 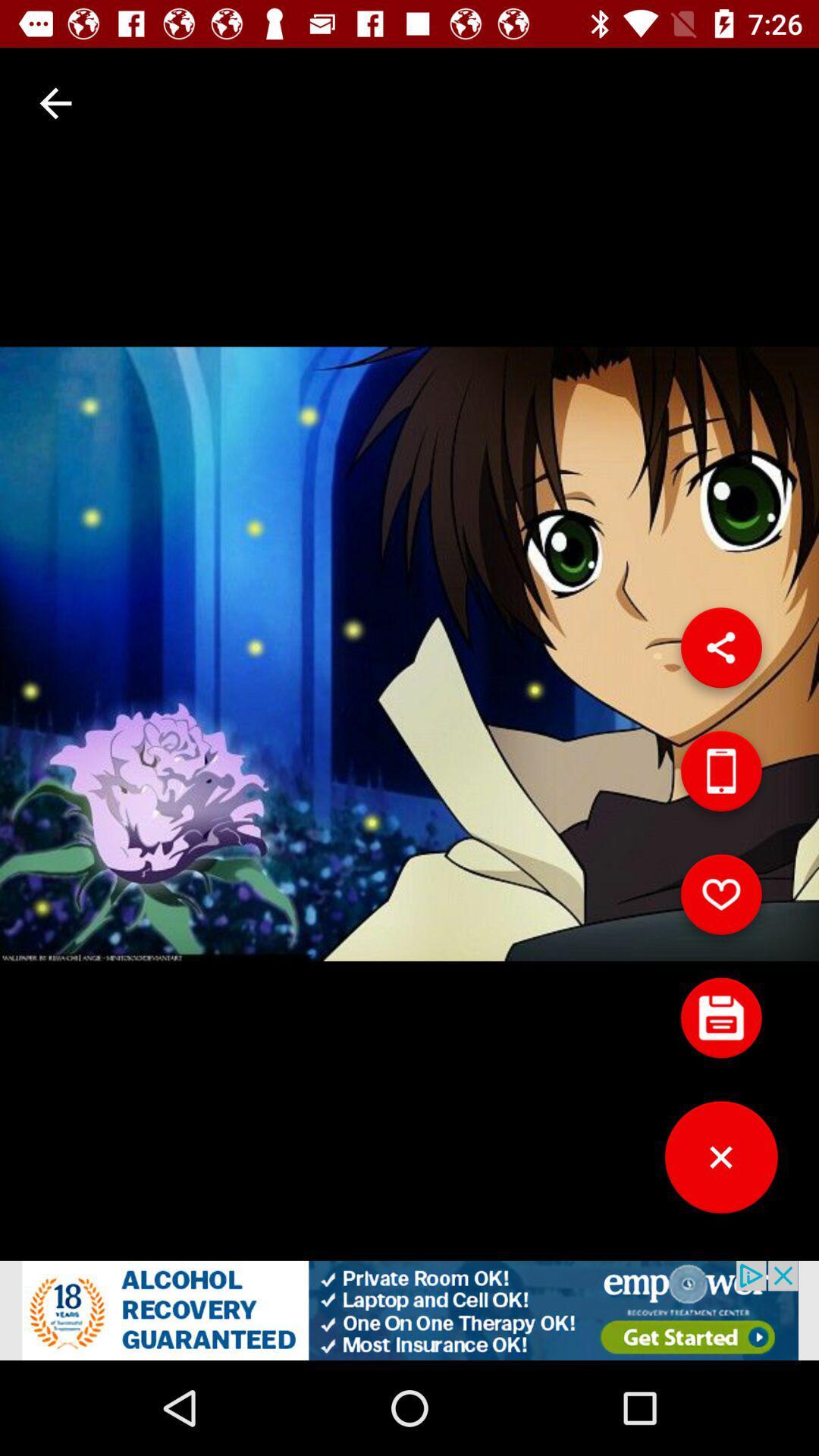 What do you see at coordinates (720, 900) in the screenshot?
I see `the favorite icon` at bounding box center [720, 900].